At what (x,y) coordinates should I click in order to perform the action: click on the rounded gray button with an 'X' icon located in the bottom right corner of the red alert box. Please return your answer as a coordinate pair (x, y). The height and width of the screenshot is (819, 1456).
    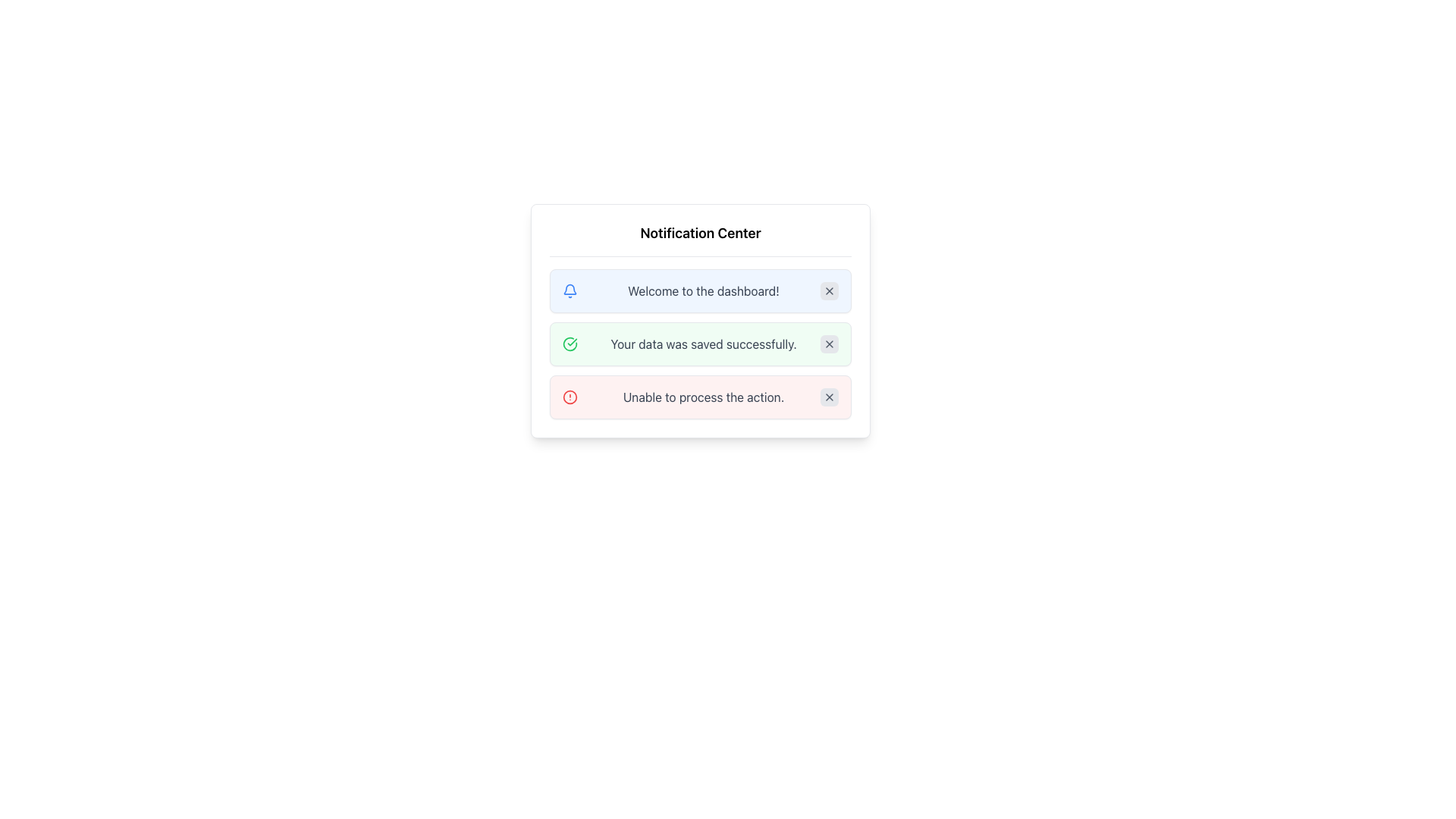
    Looking at the image, I should click on (829, 397).